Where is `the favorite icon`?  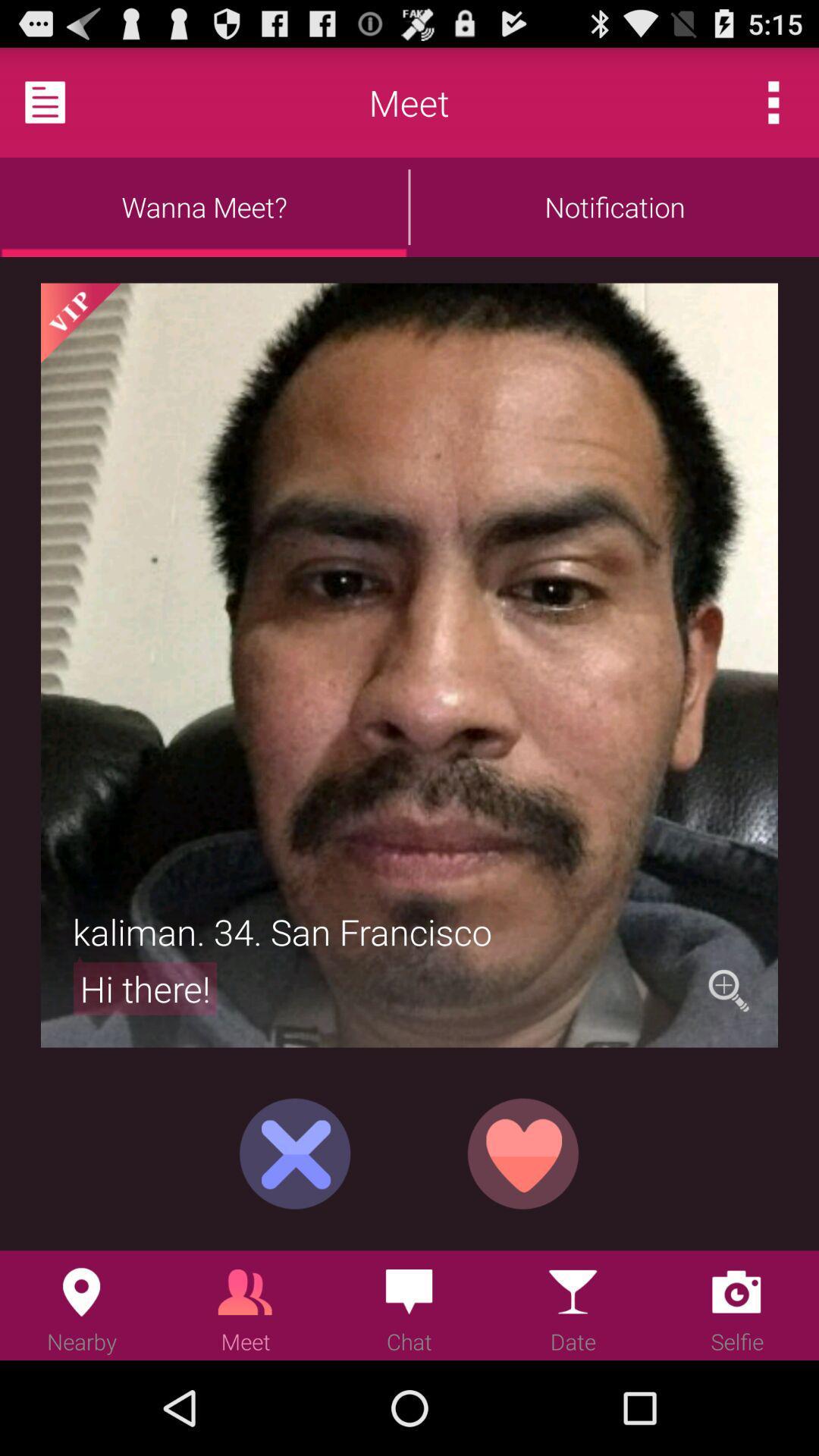
the favorite icon is located at coordinates (522, 1235).